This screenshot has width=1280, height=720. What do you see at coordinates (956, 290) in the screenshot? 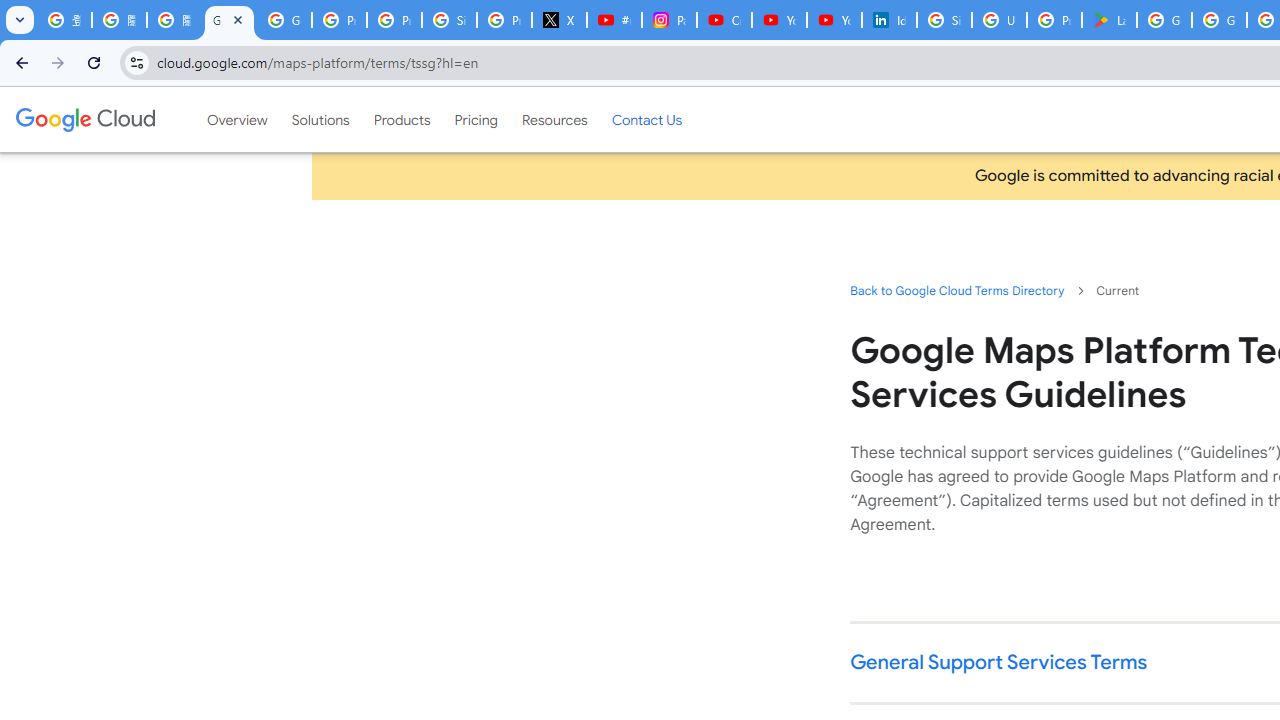
I see `'Back to Google Cloud Terms Directory'` at bounding box center [956, 290].